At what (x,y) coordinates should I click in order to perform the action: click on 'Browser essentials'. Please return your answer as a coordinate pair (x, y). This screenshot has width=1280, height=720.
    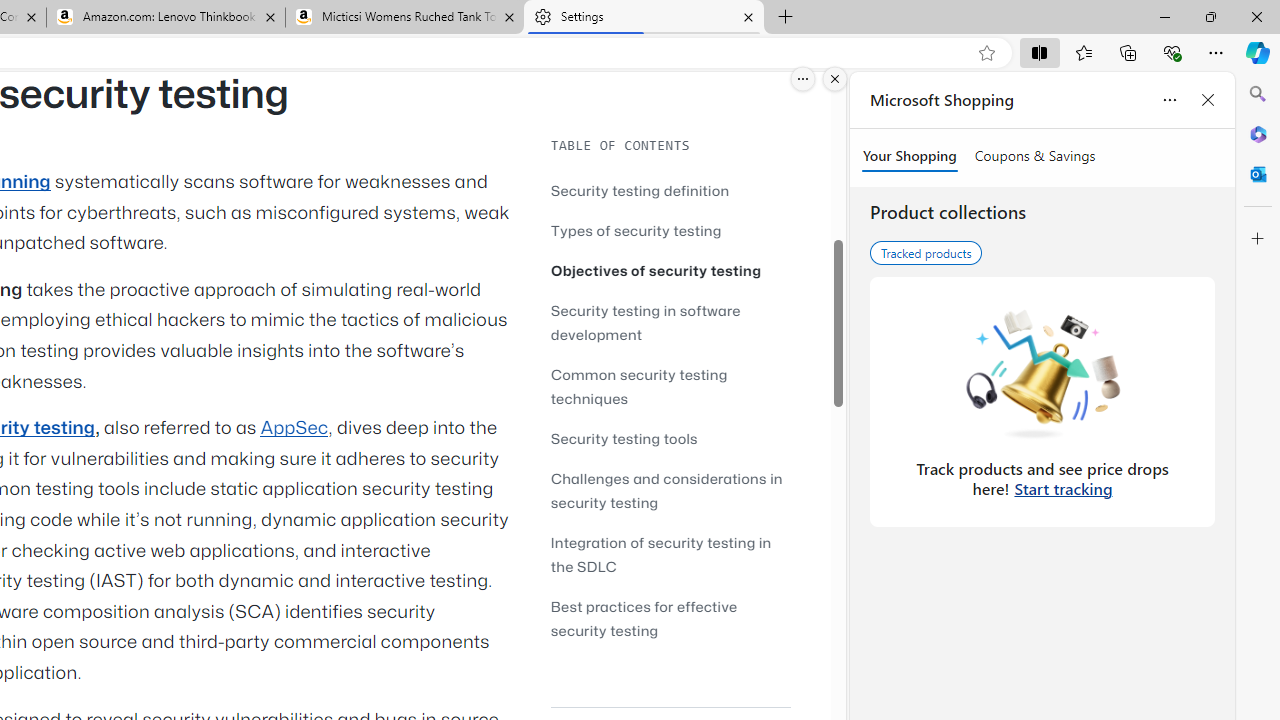
    Looking at the image, I should click on (1171, 51).